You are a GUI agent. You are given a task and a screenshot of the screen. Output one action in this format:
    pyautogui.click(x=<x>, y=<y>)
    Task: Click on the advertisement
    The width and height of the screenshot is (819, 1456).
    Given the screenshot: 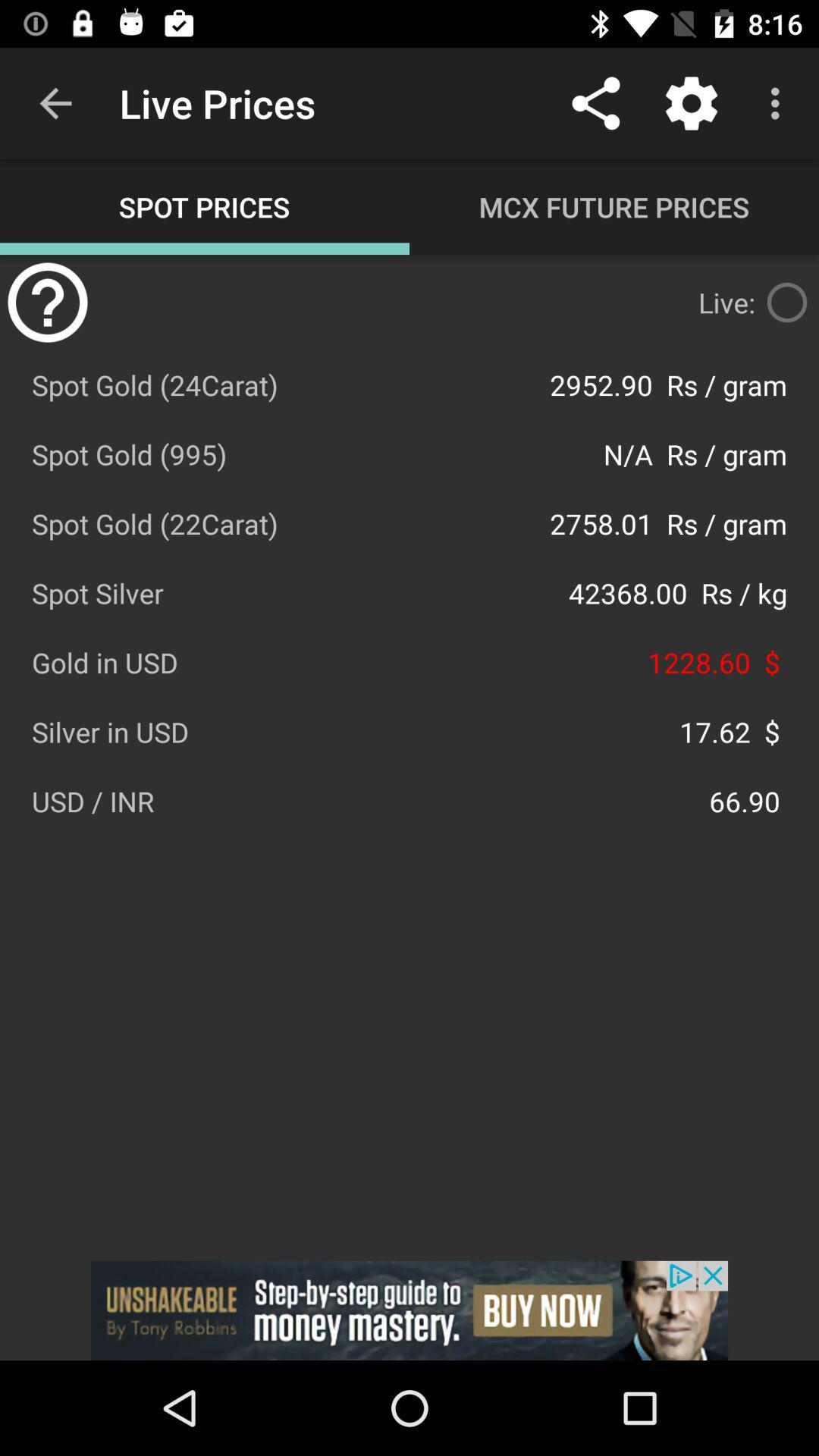 What is the action you would take?
    pyautogui.click(x=409, y=1310)
    